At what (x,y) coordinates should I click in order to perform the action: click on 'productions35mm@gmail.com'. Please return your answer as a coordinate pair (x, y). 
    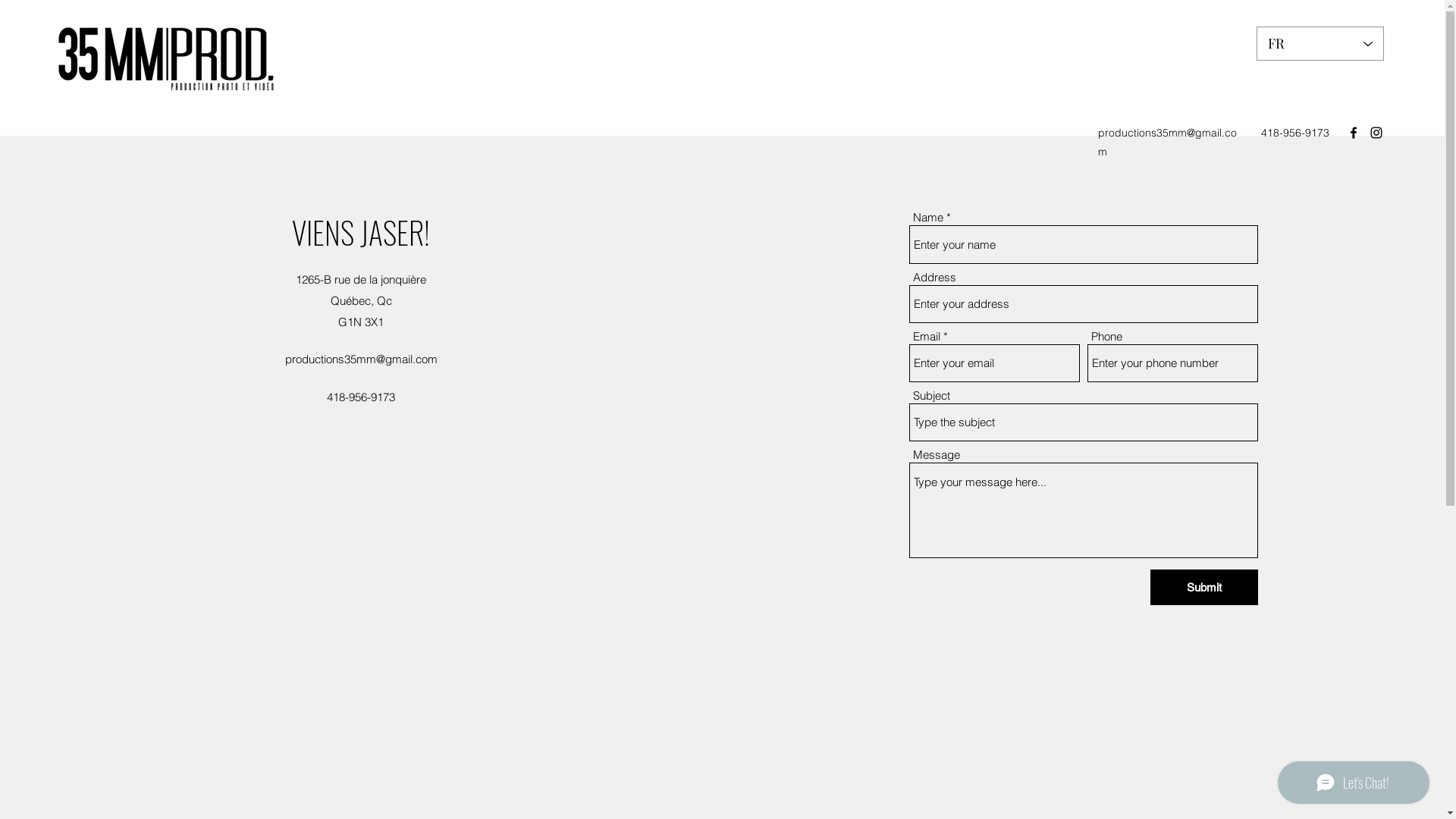
    Looking at the image, I should click on (360, 359).